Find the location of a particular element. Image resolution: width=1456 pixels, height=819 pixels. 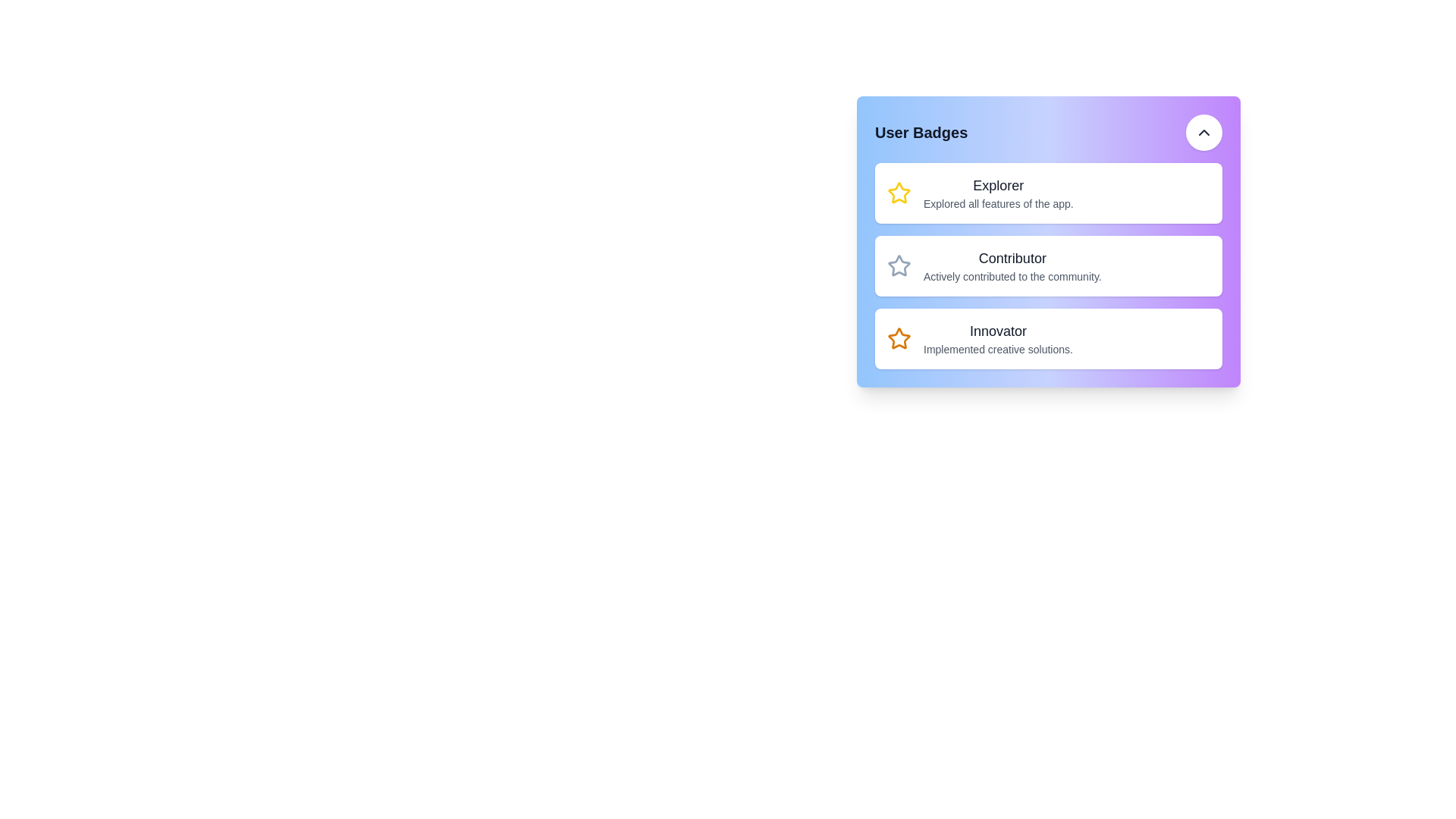

the Card component, which is the second item in the 'User Badges' section, featuring a gradient background and labeled subsections 'Explorer,' 'Contributor,' and 'Innovator.' is located at coordinates (1047, 241).